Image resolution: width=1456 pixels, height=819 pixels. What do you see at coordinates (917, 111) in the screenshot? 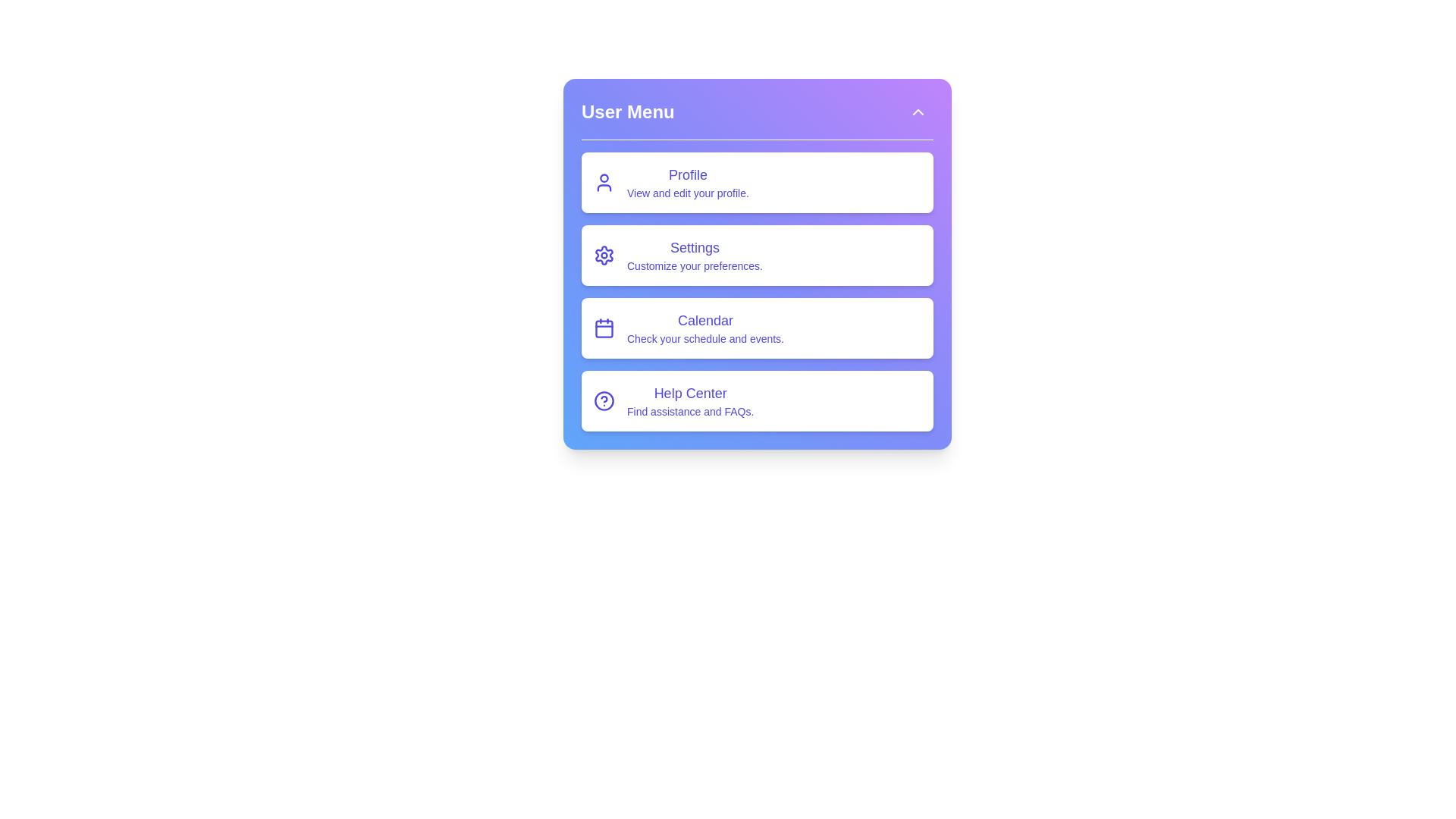
I see `toggle button to expand or collapse the menu` at bounding box center [917, 111].